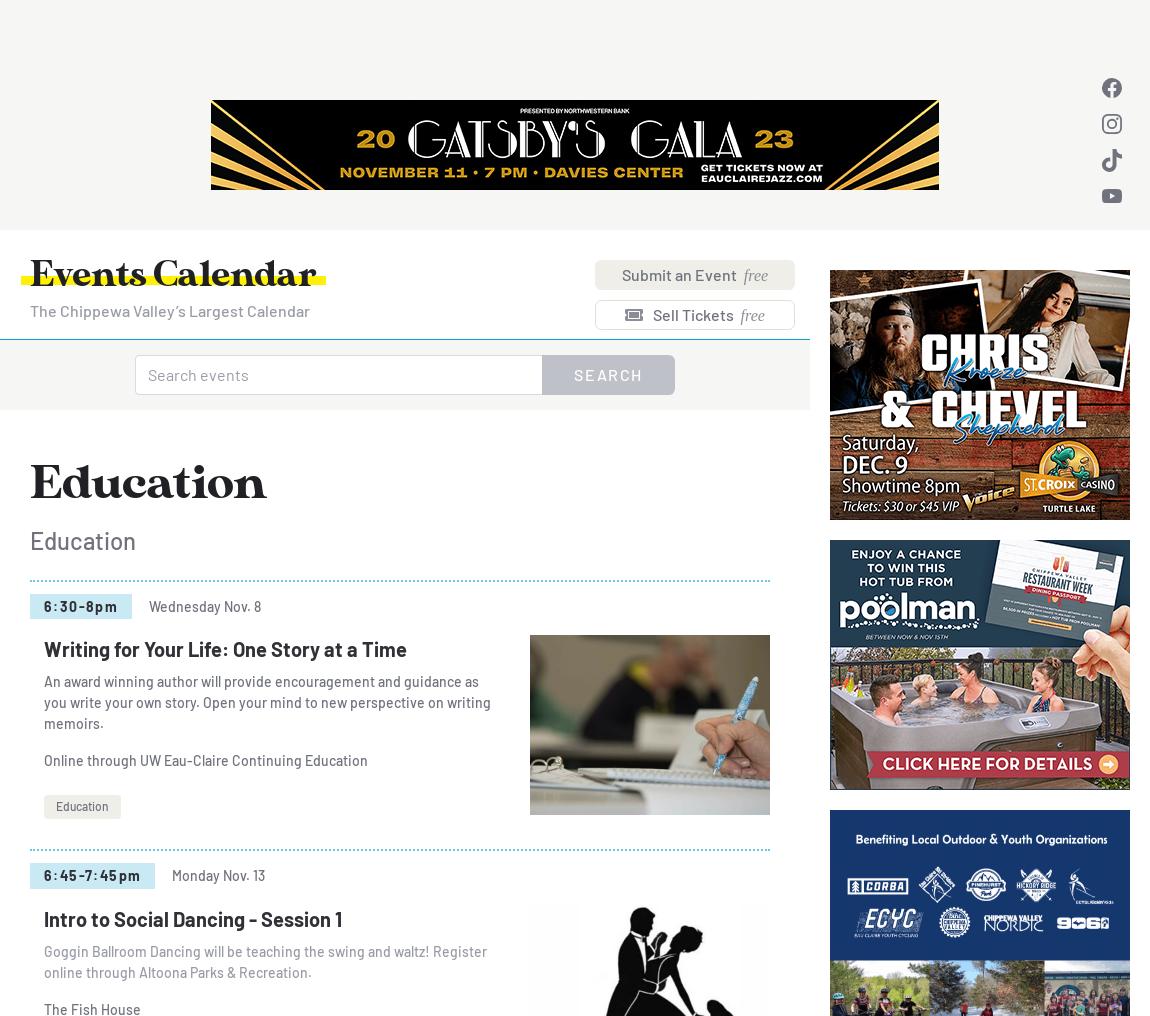 This screenshot has height=1016, width=1150. I want to click on 'Monday Nov. 13', so click(217, 875).